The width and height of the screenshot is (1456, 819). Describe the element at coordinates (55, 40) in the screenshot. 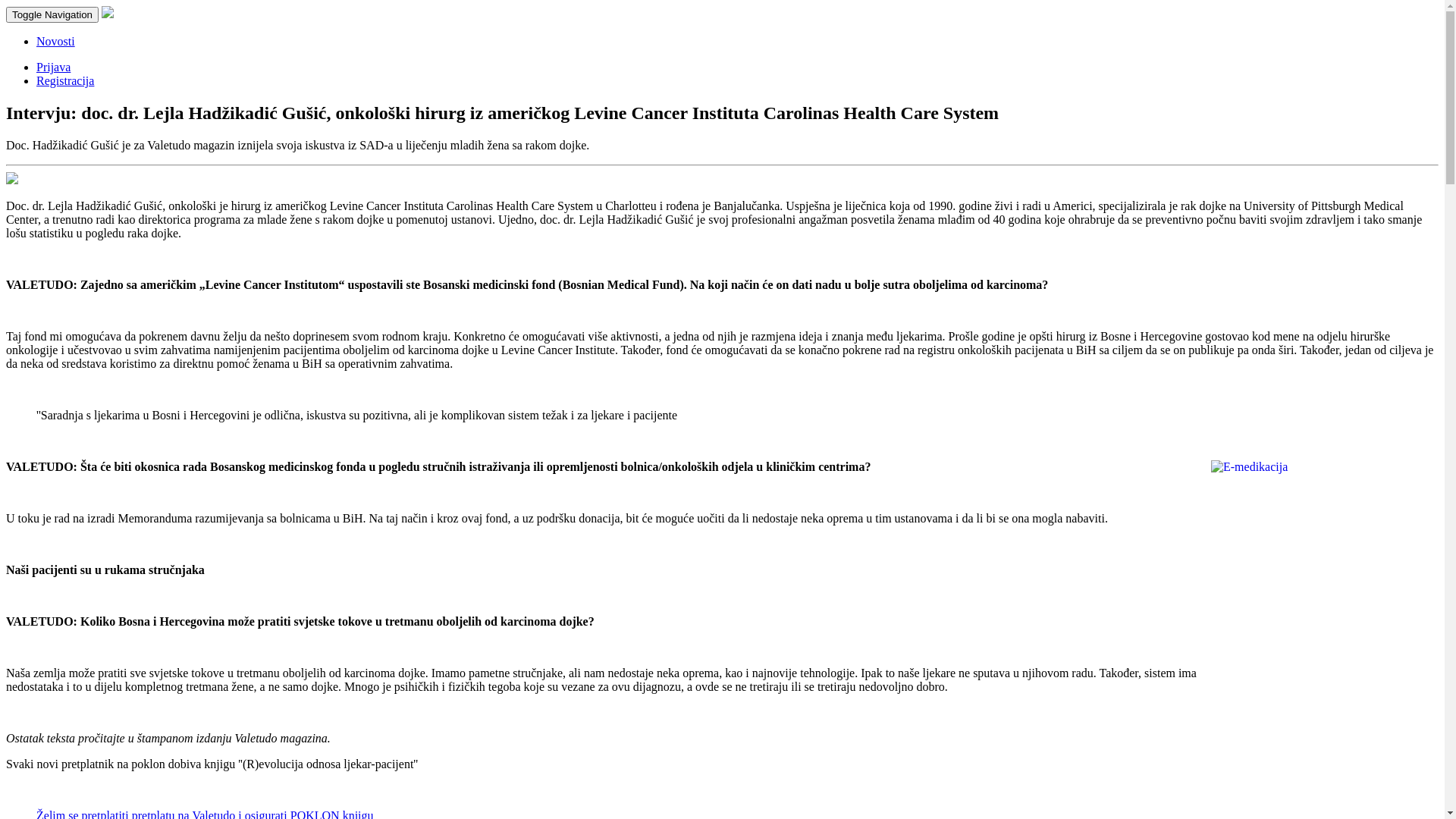

I see `'Novosti'` at that location.